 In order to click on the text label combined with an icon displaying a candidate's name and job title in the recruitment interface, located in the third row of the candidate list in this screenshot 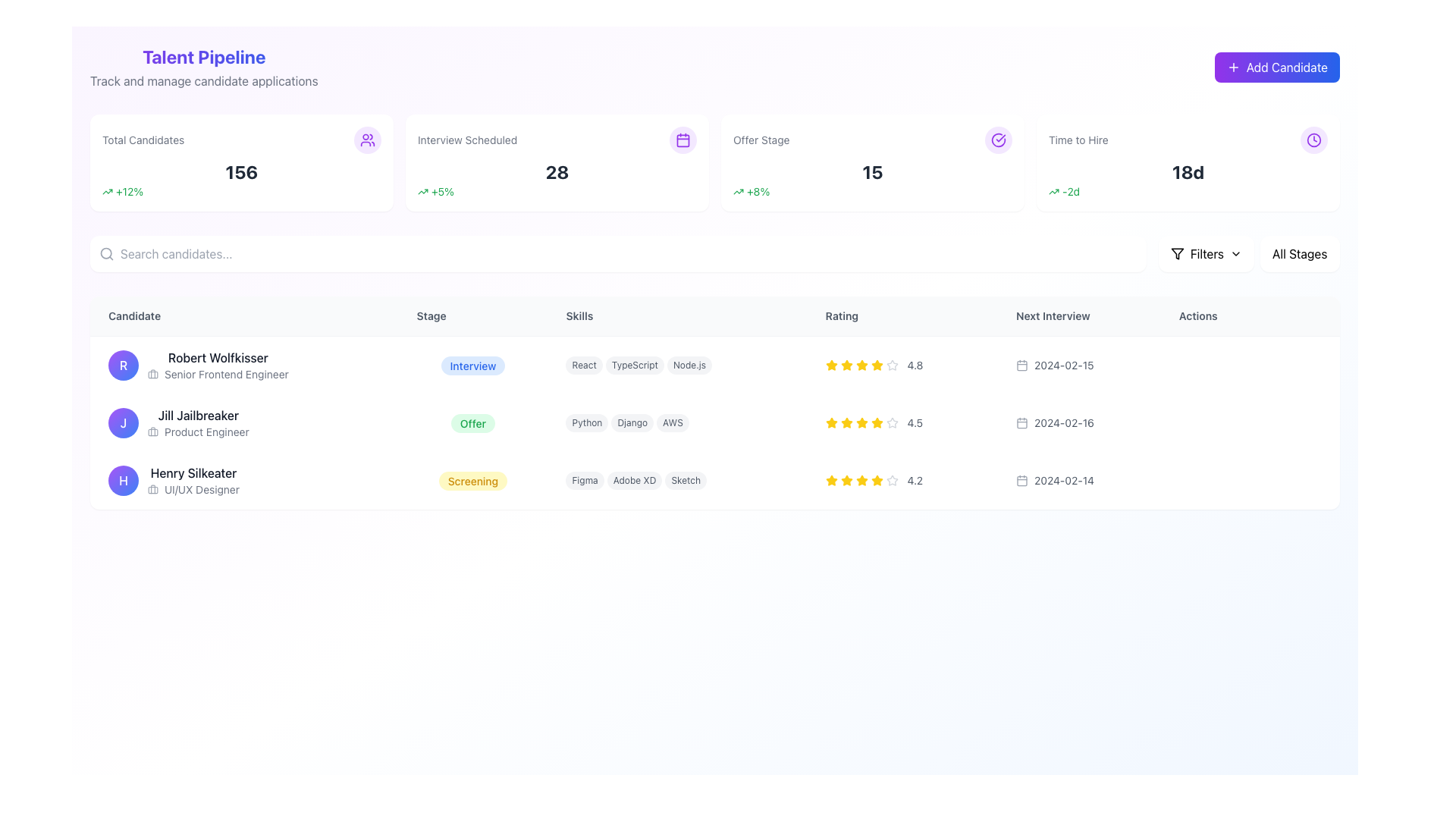, I will do `click(193, 480)`.